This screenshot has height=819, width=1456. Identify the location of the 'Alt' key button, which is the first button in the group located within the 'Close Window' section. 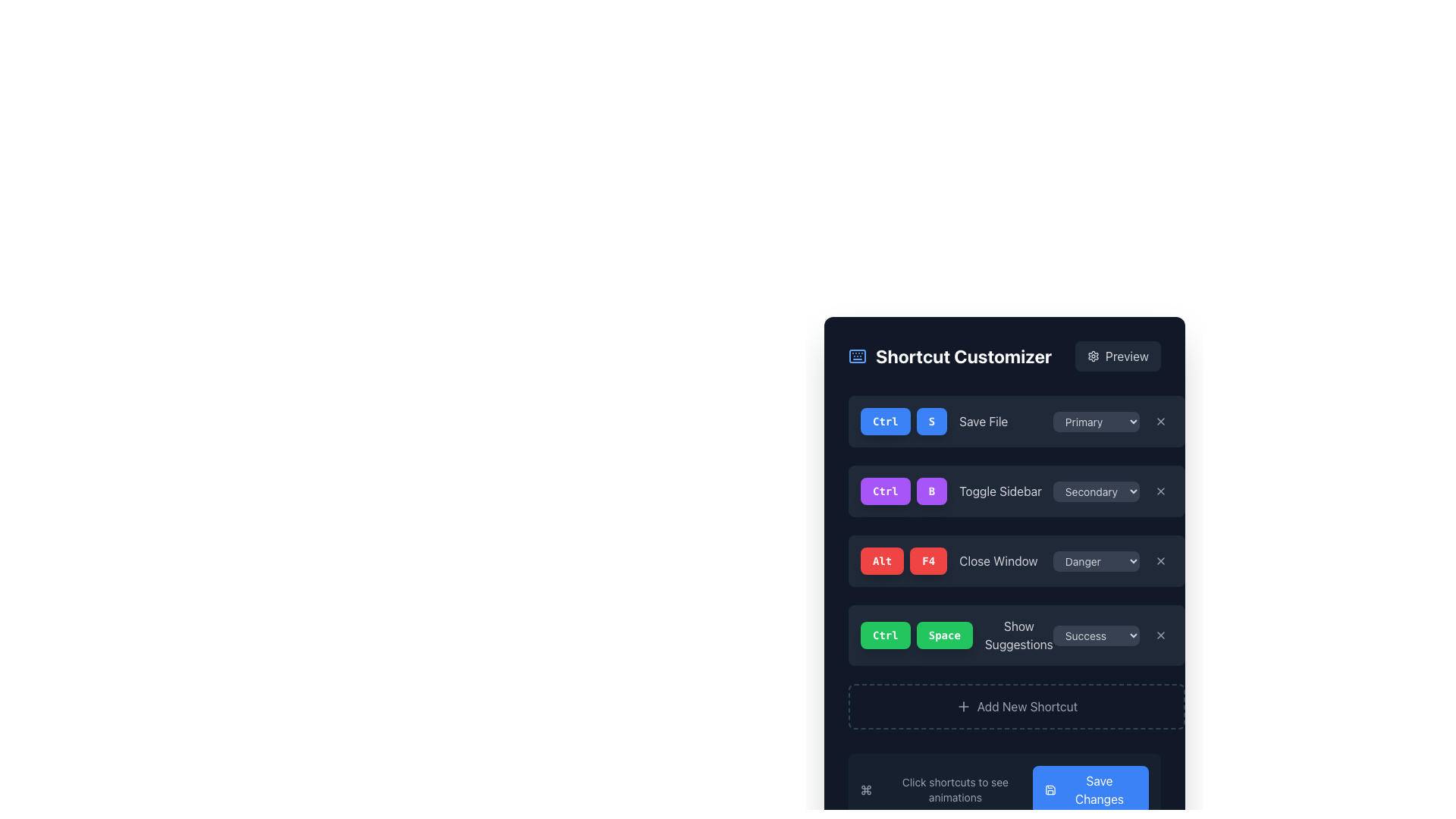
(882, 561).